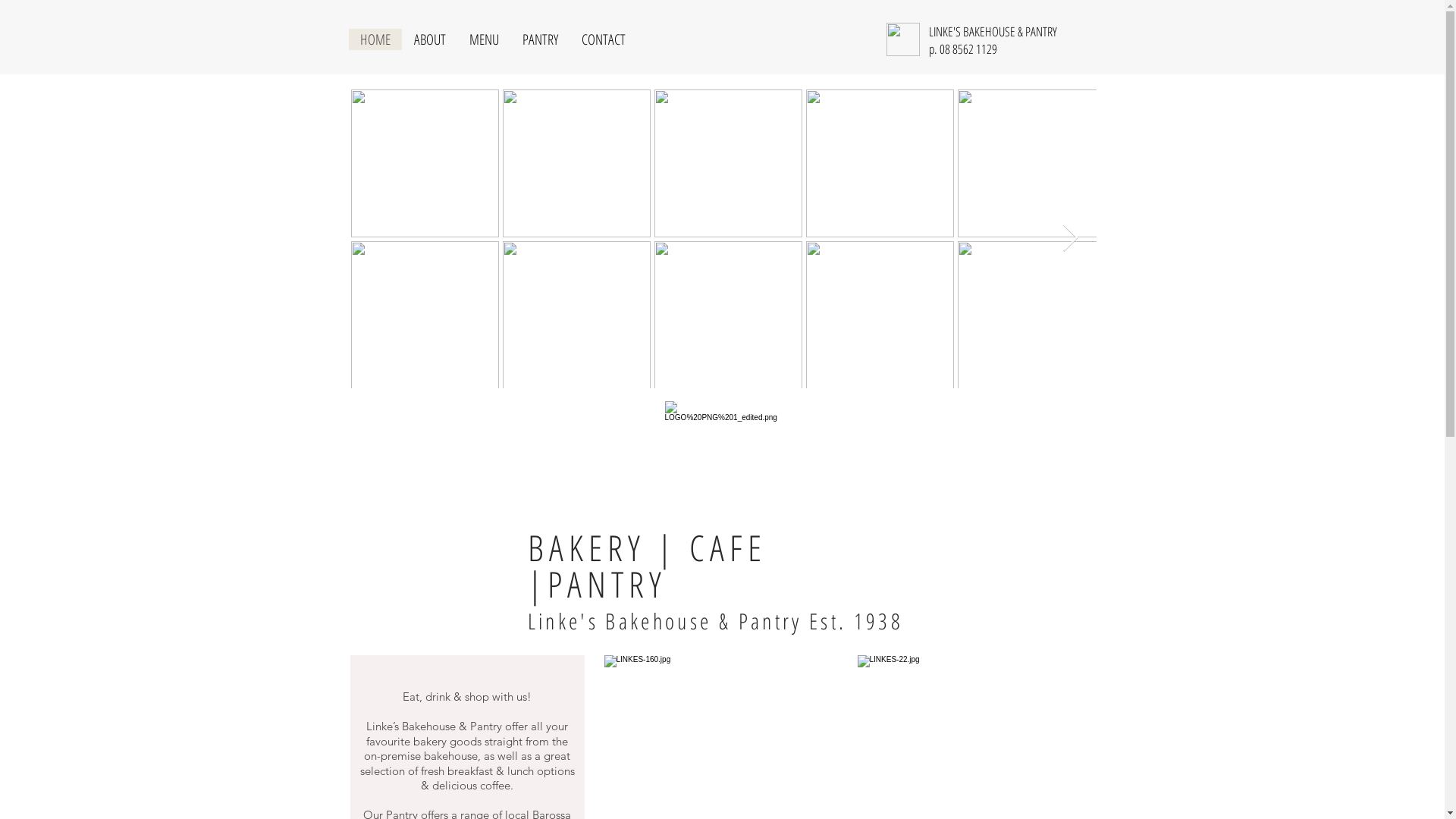  I want to click on 'CONTACT', so click(601, 38).